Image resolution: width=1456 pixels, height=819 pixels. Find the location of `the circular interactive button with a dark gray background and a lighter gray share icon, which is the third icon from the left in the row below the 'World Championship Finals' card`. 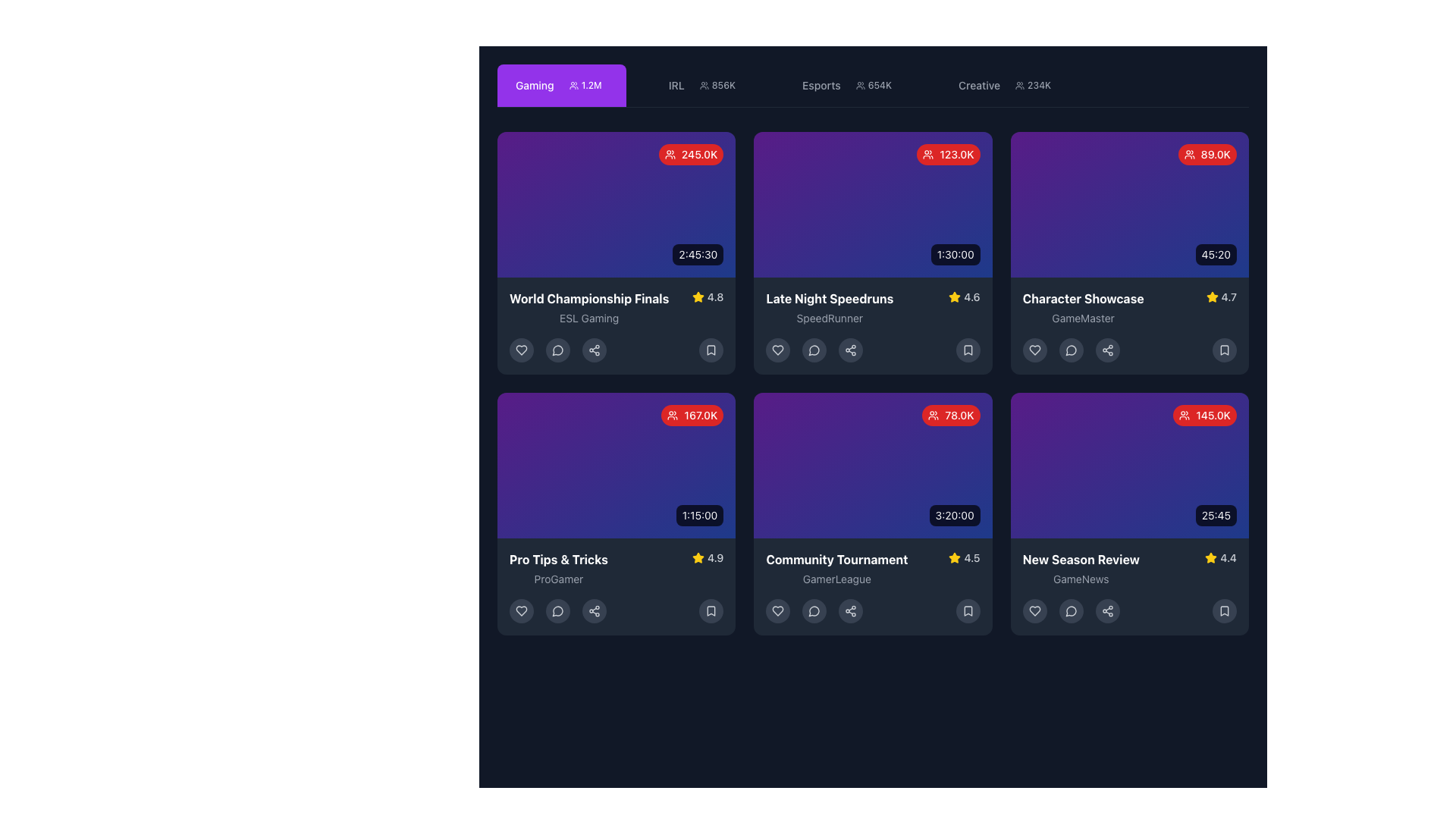

the circular interactive button with a dark gray background and a lighter gray share icon, which is the third icon from the left in the row below the 'World Championship Finals' card is located at coordinates (593, 350).